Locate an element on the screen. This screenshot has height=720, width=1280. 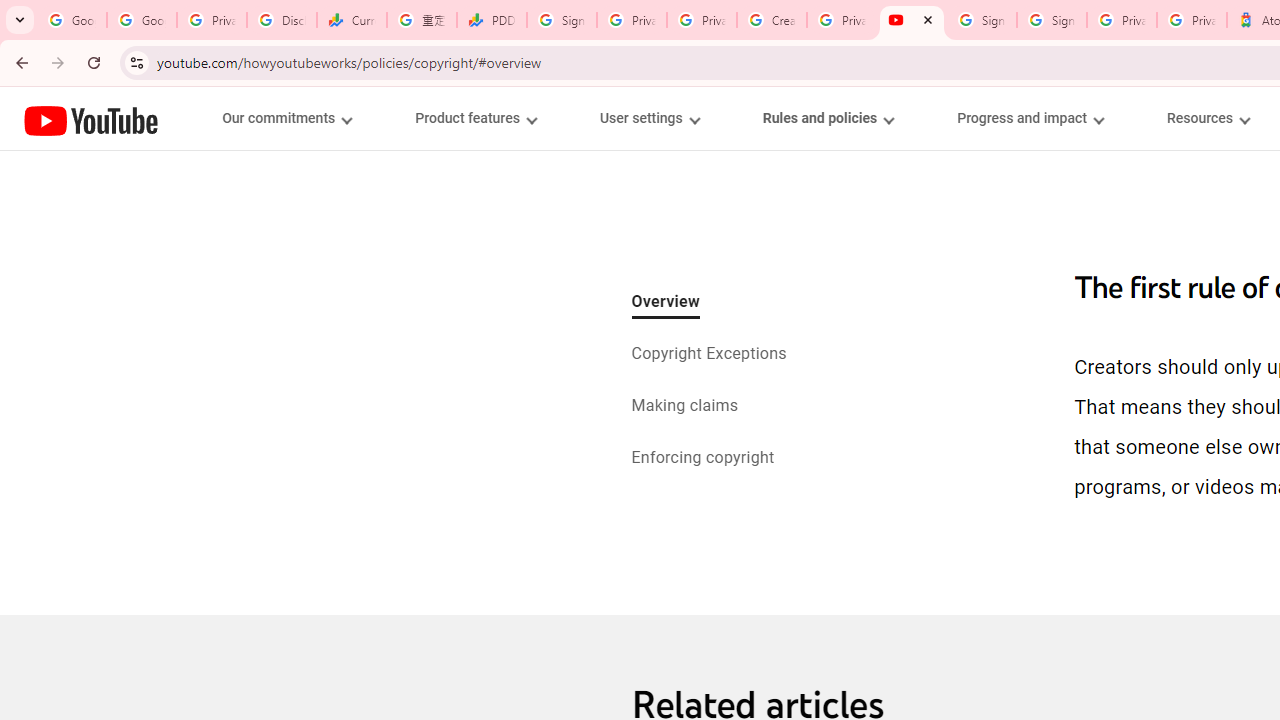
'Resources menupopup' is located at coordinates (1207, 118).